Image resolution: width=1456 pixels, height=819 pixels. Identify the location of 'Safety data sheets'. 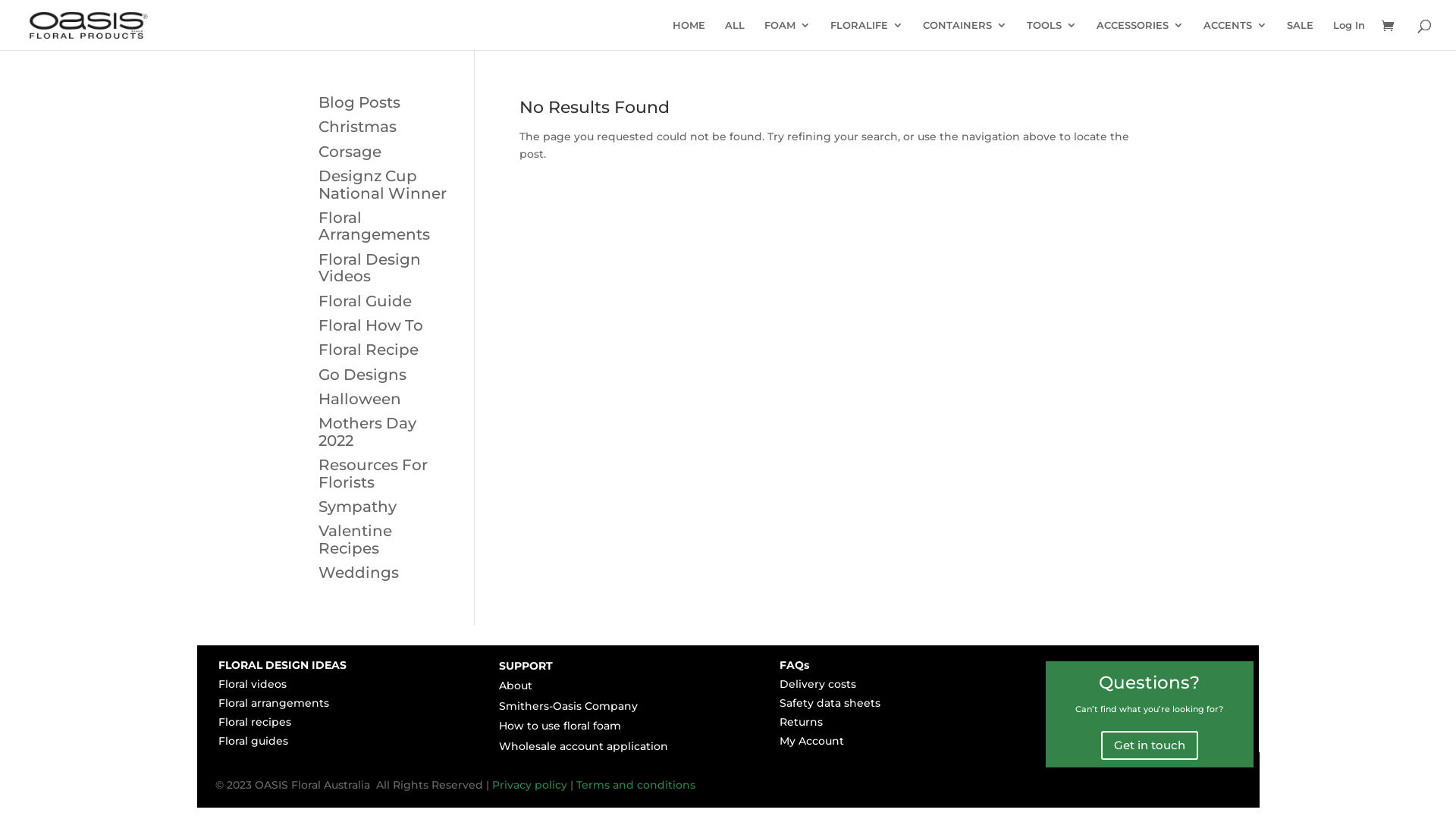
(779, 702).